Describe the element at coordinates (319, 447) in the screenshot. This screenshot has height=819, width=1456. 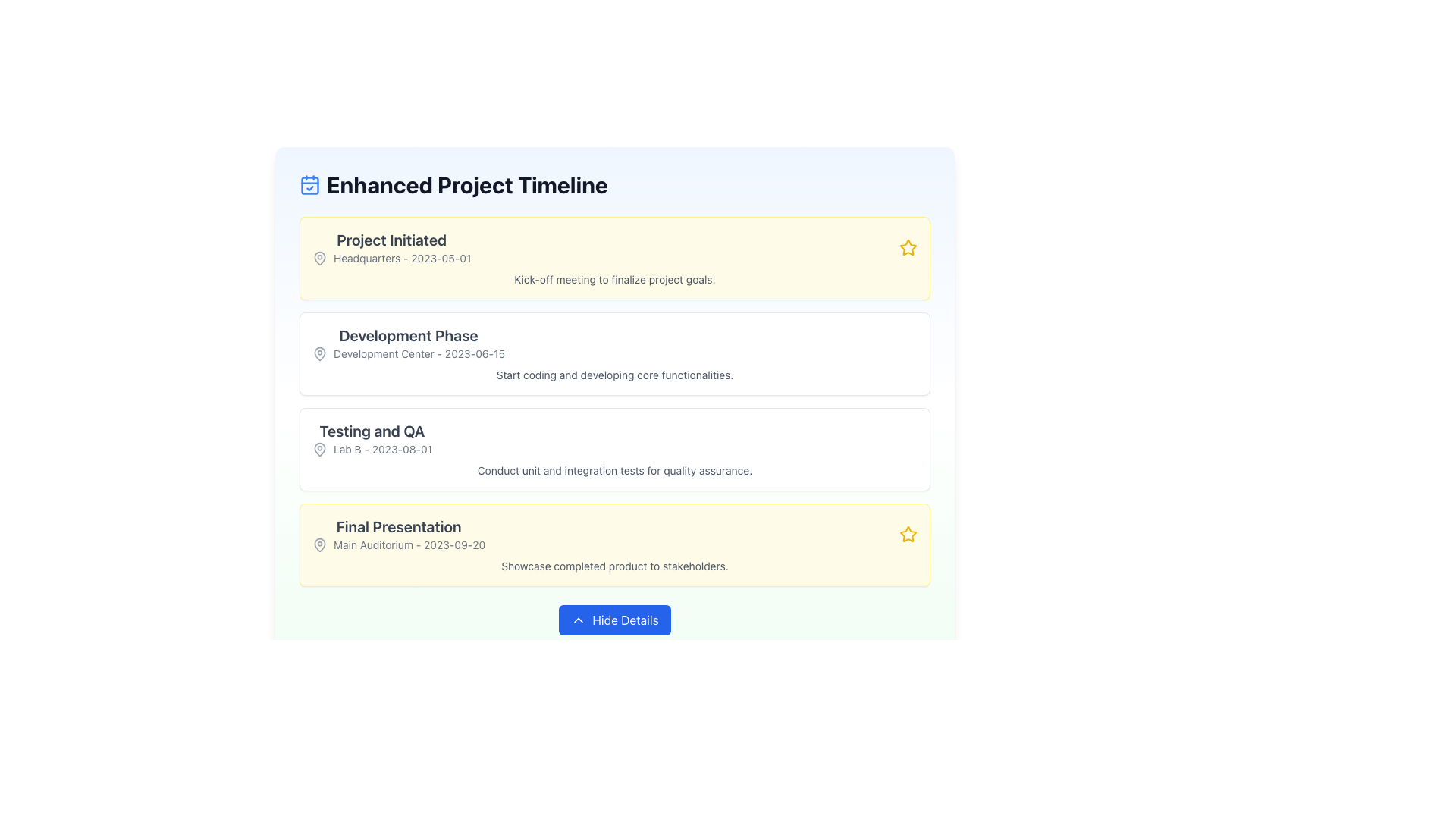
I see `the Location marker icon` at that location.